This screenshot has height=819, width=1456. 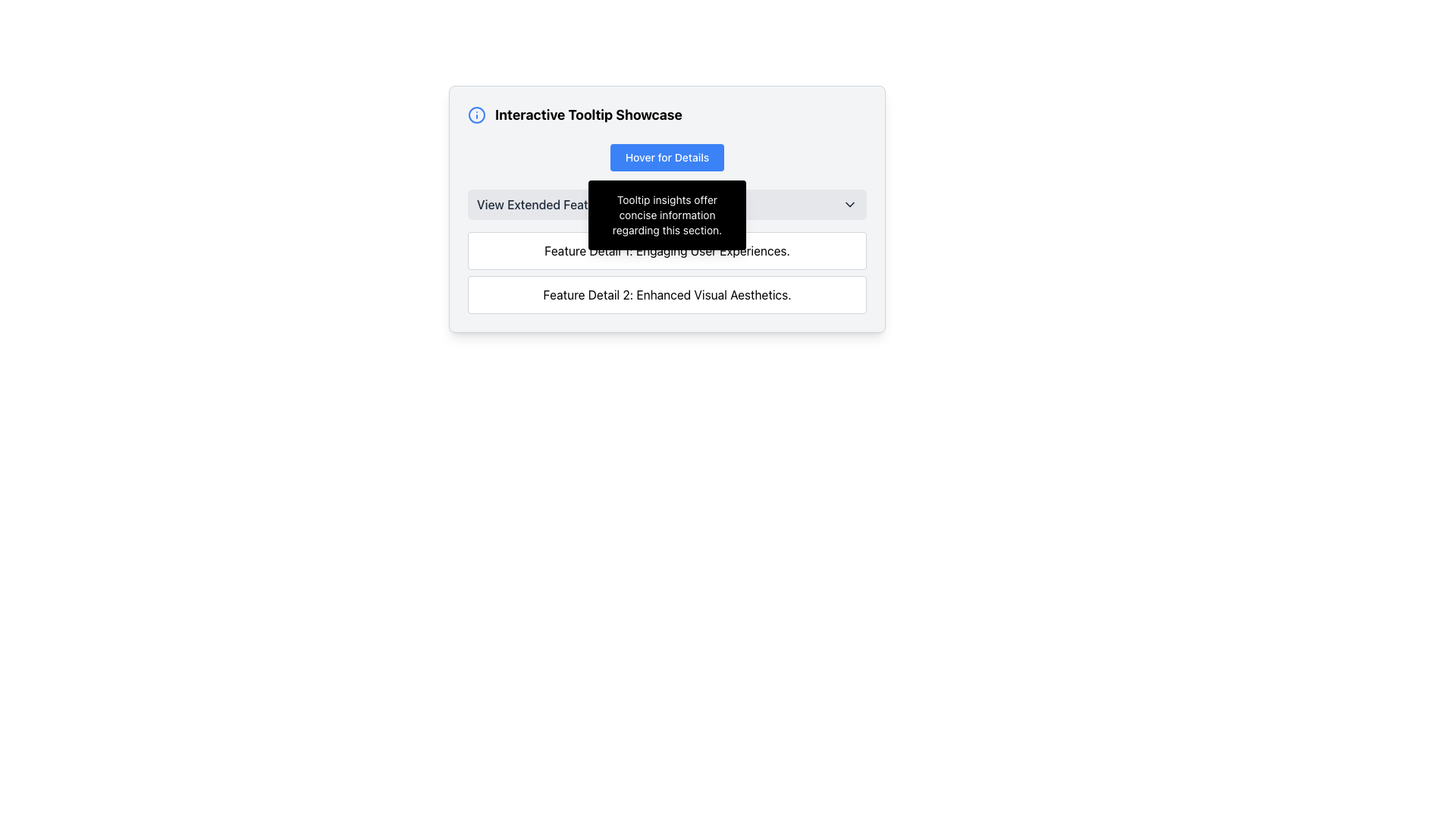 I want to click on the tooltip that provides additional information, which is displayed directly below the 'Hover for Details' button and horizontally aligned with it, so click(x=667, y=215).